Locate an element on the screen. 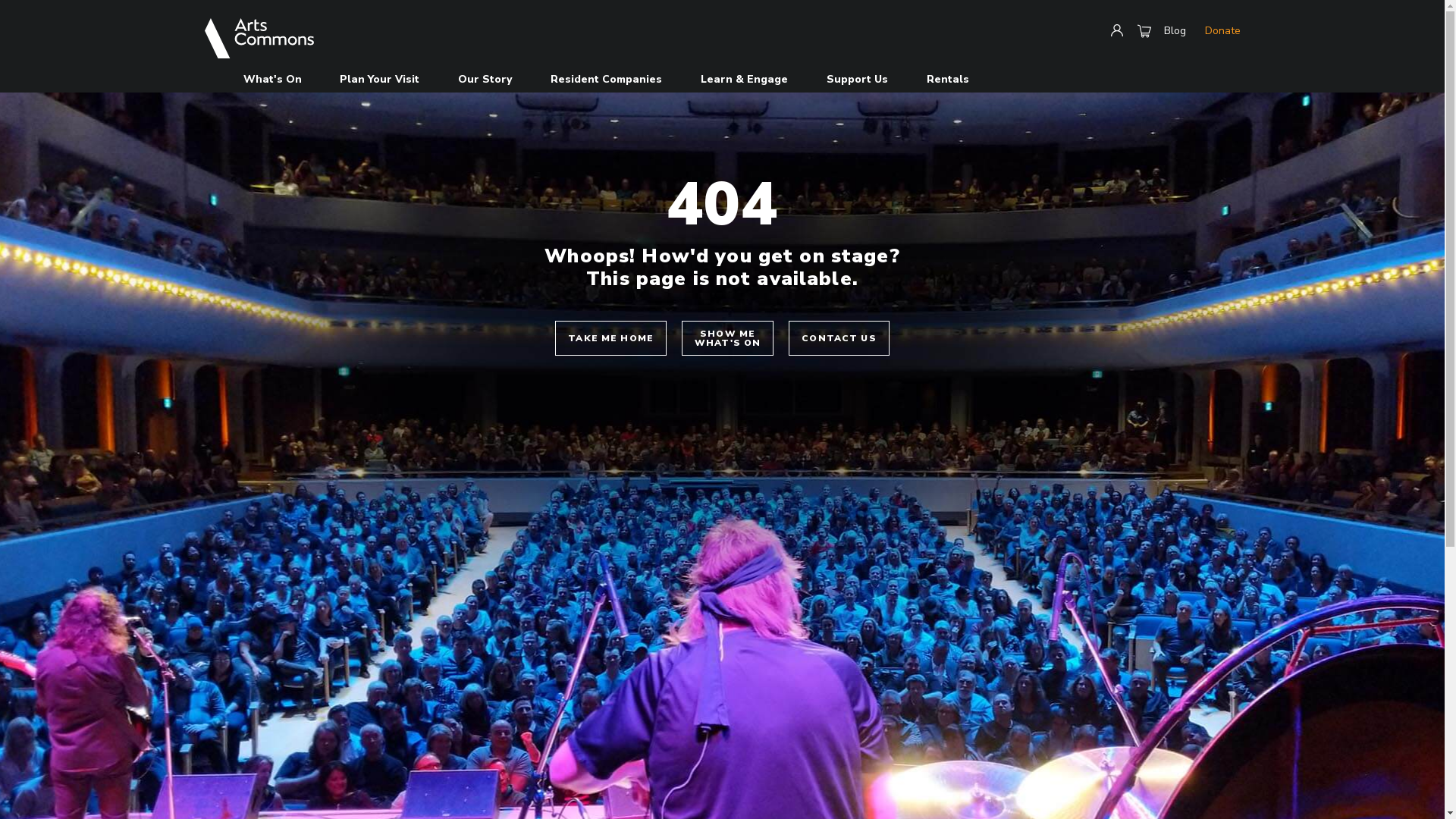 This screenshot has height=819, width=1456. 'CONTACT US' is located at coordinates (789, 337).